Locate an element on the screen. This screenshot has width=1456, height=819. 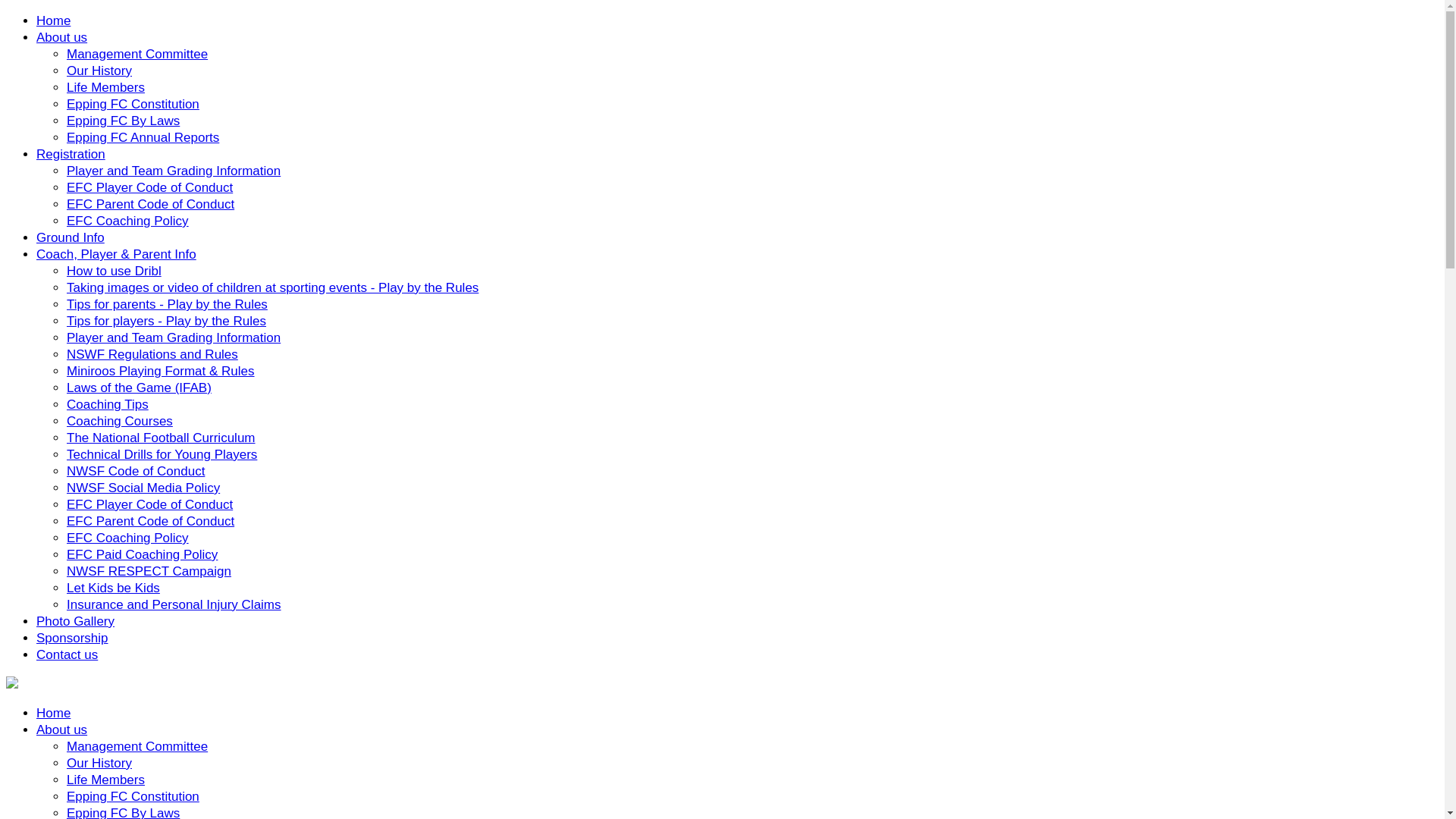
'Epping FC Constitution' is located at coordinates (133, 795).